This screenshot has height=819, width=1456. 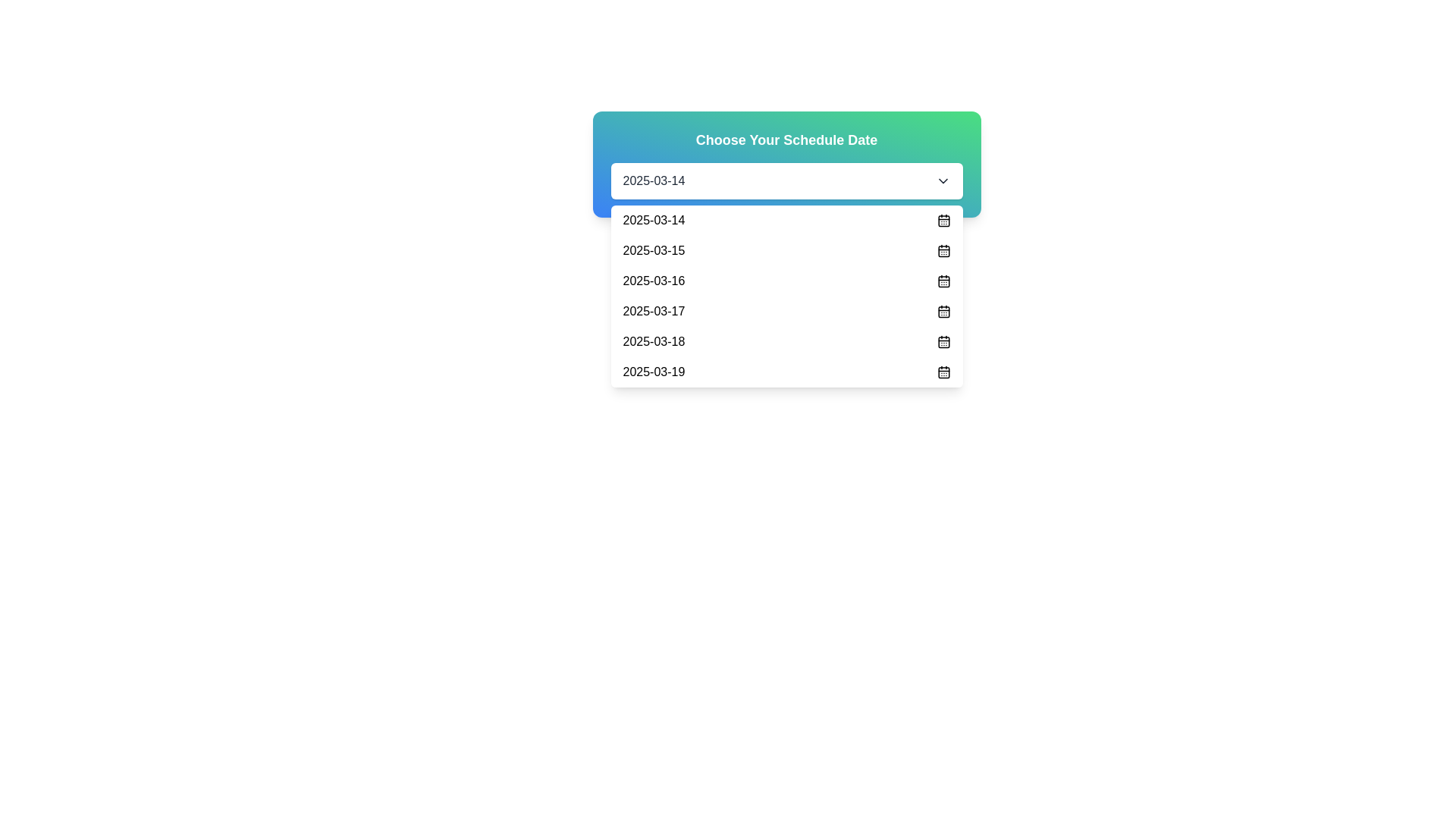 I want to click on the calendar icon representing the date '2025-03-17' located at the far right of its row in the dropdown list, so click(x=943, y=311).